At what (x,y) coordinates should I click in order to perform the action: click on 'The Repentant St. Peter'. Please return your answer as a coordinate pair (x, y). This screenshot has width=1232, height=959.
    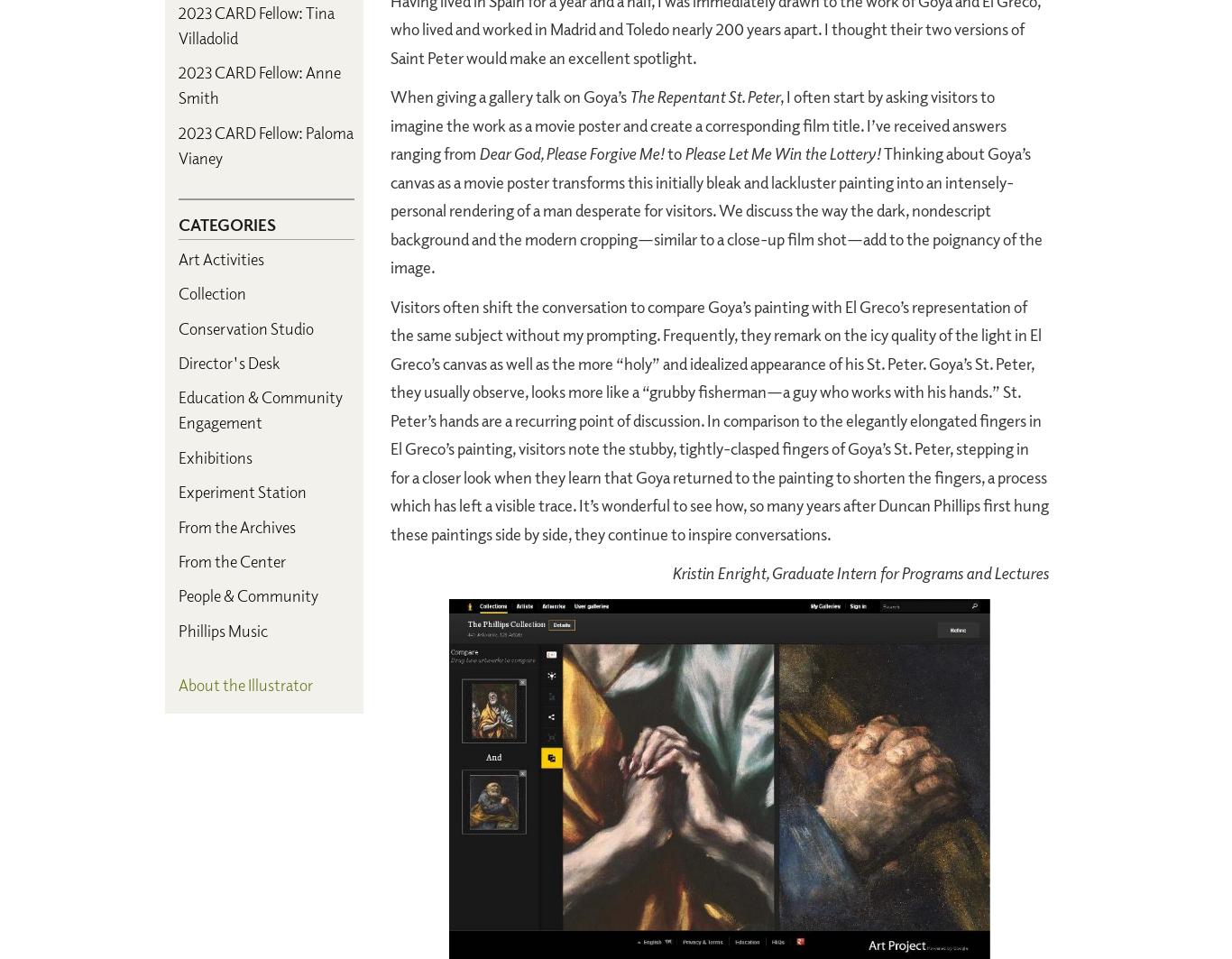
    Looking at the image, I should click on (704, 97).